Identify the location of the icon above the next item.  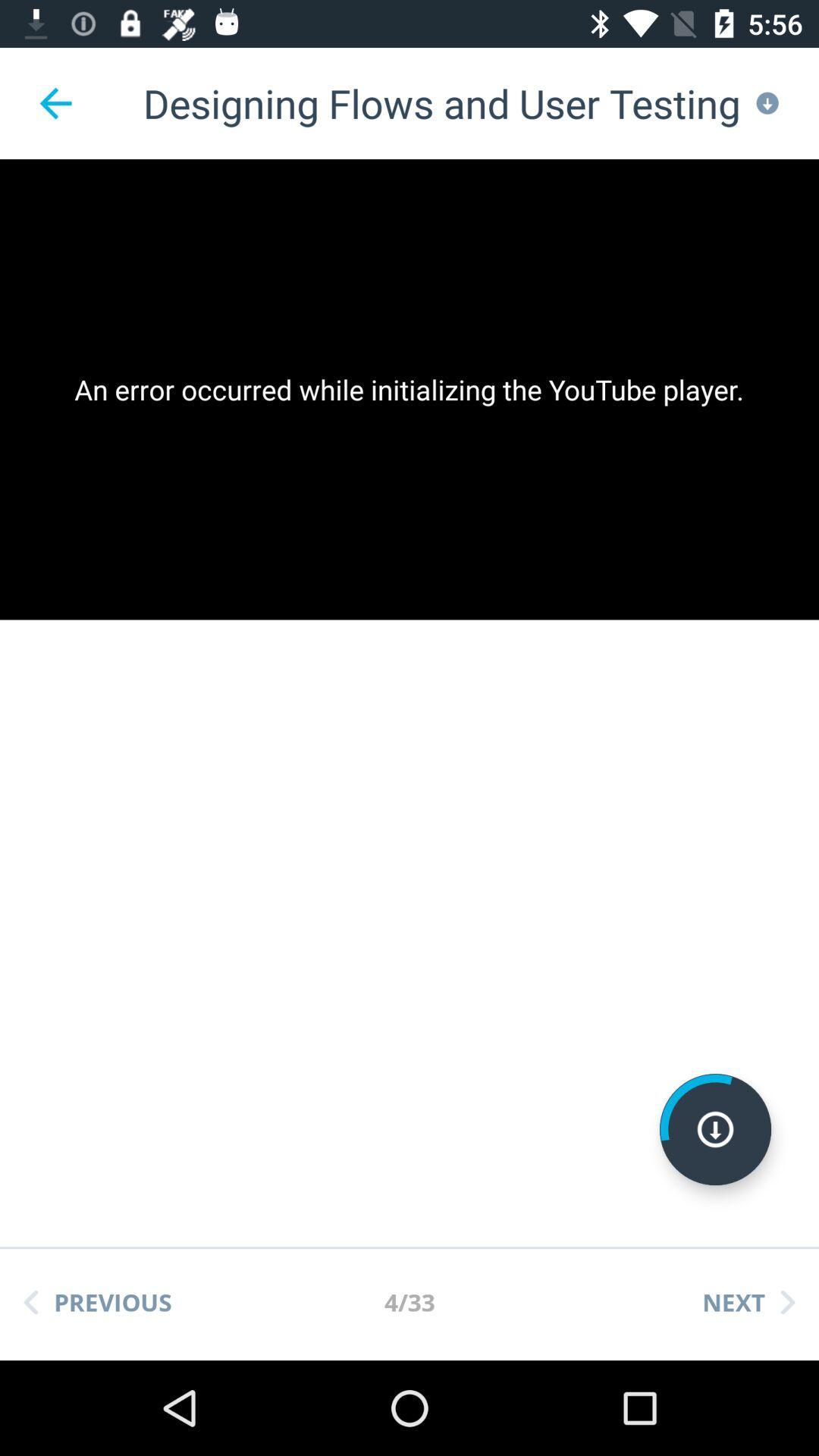
(715, 1129).